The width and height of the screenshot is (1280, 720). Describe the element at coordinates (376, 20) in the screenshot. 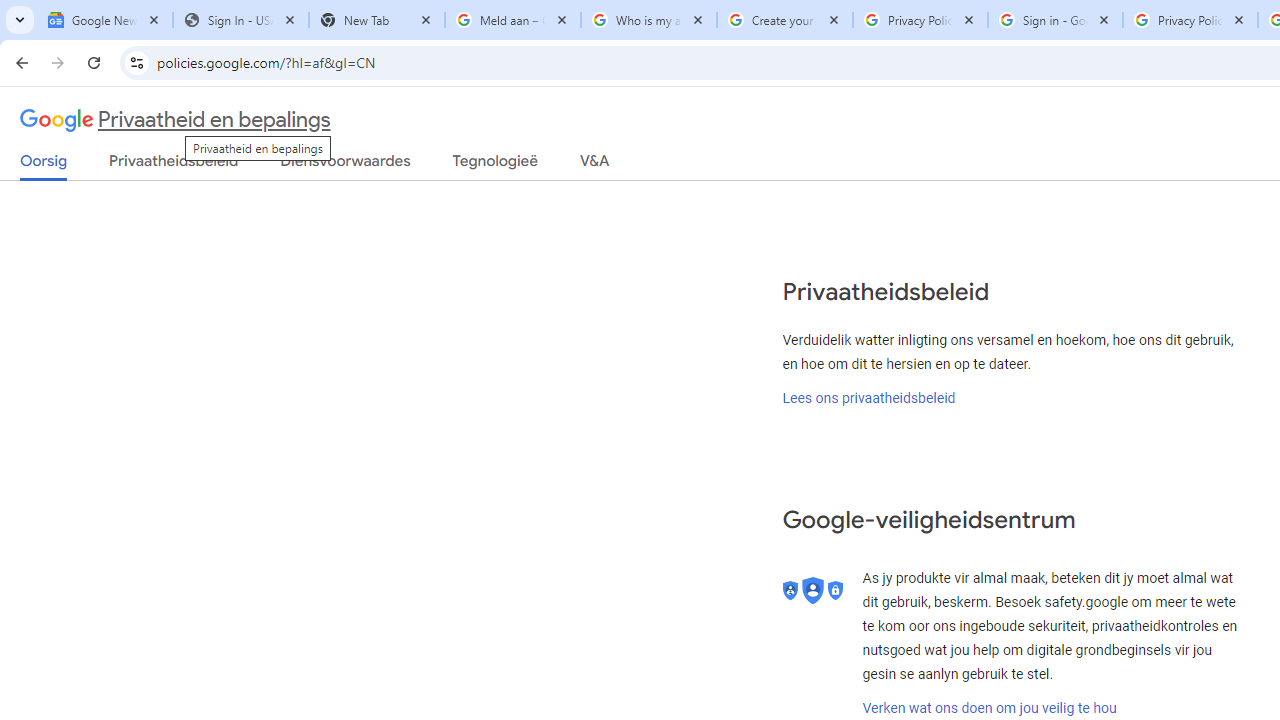

I see `'New Tab'` at that location.